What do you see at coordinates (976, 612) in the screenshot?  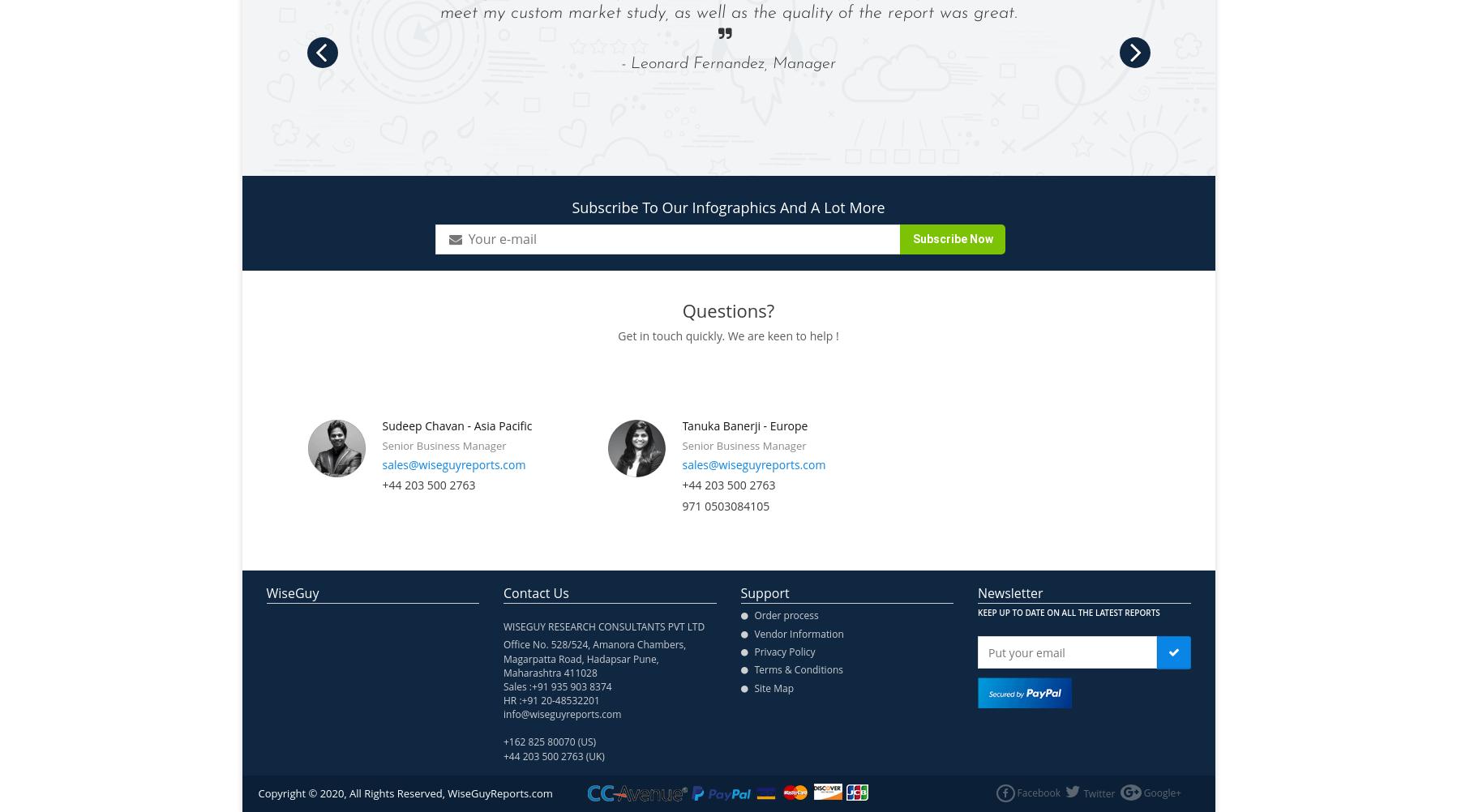 I see `'KEEP UP TO DATE ON ALL THE LATEST REPORTS'` at bounding box center [976, 612].